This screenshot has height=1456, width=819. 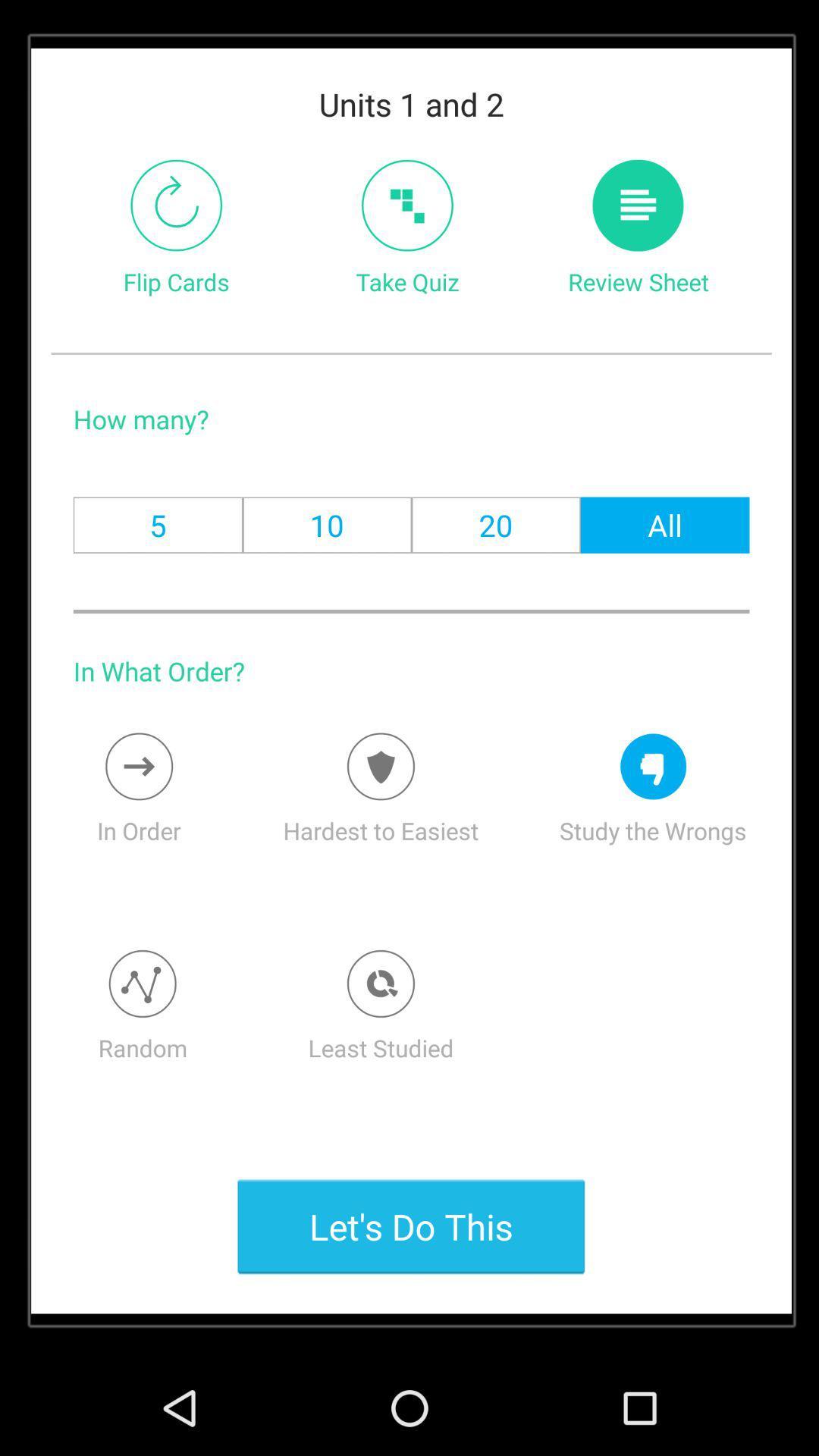 What do you see at coordinates (143, 984) in the screenshot?
I see `picks a random card` at bounding box center [143, 984].